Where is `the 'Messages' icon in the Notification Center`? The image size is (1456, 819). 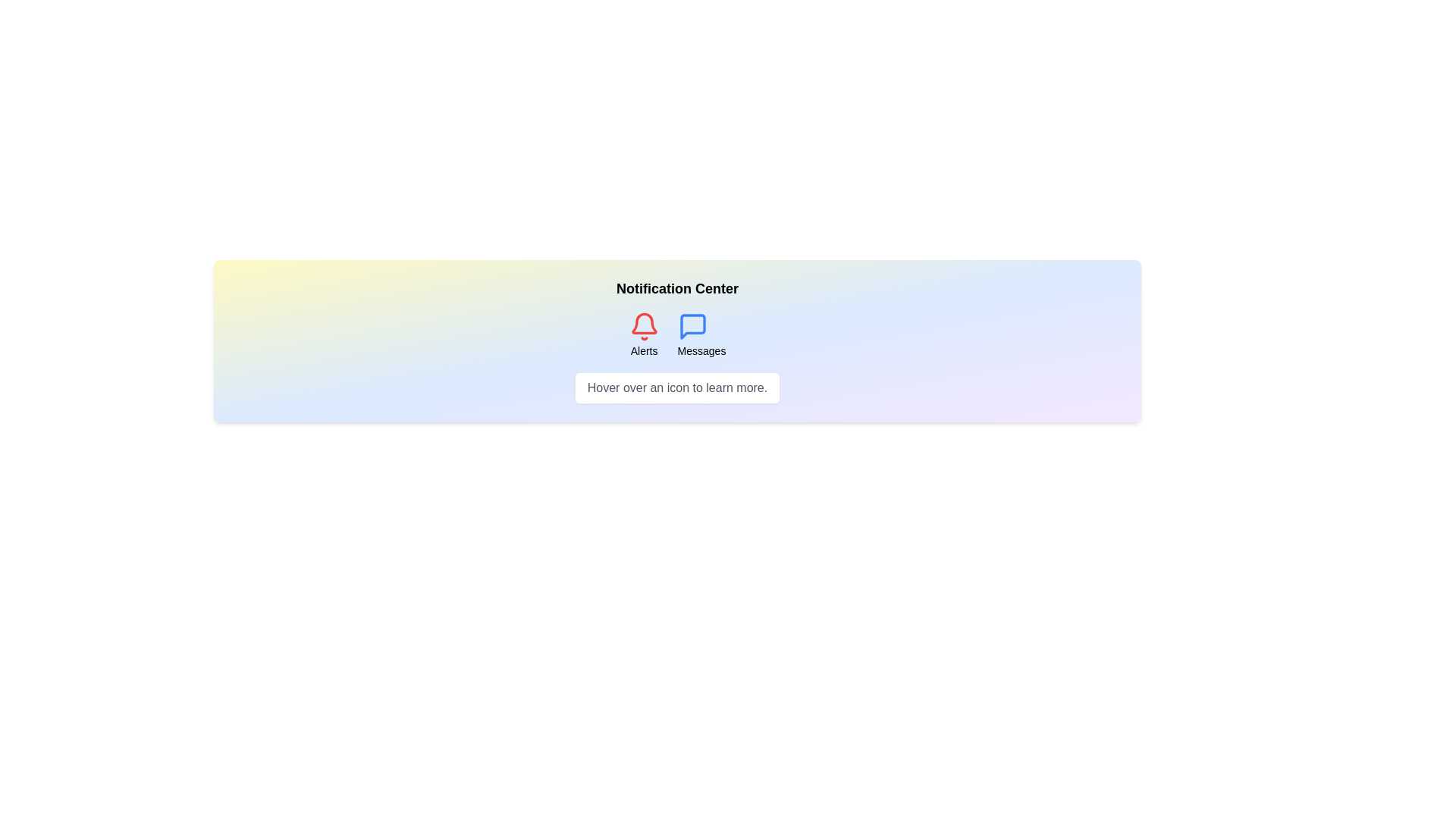
the 'Messages' icon in the Notification Center is located at coordinates (676, 335).